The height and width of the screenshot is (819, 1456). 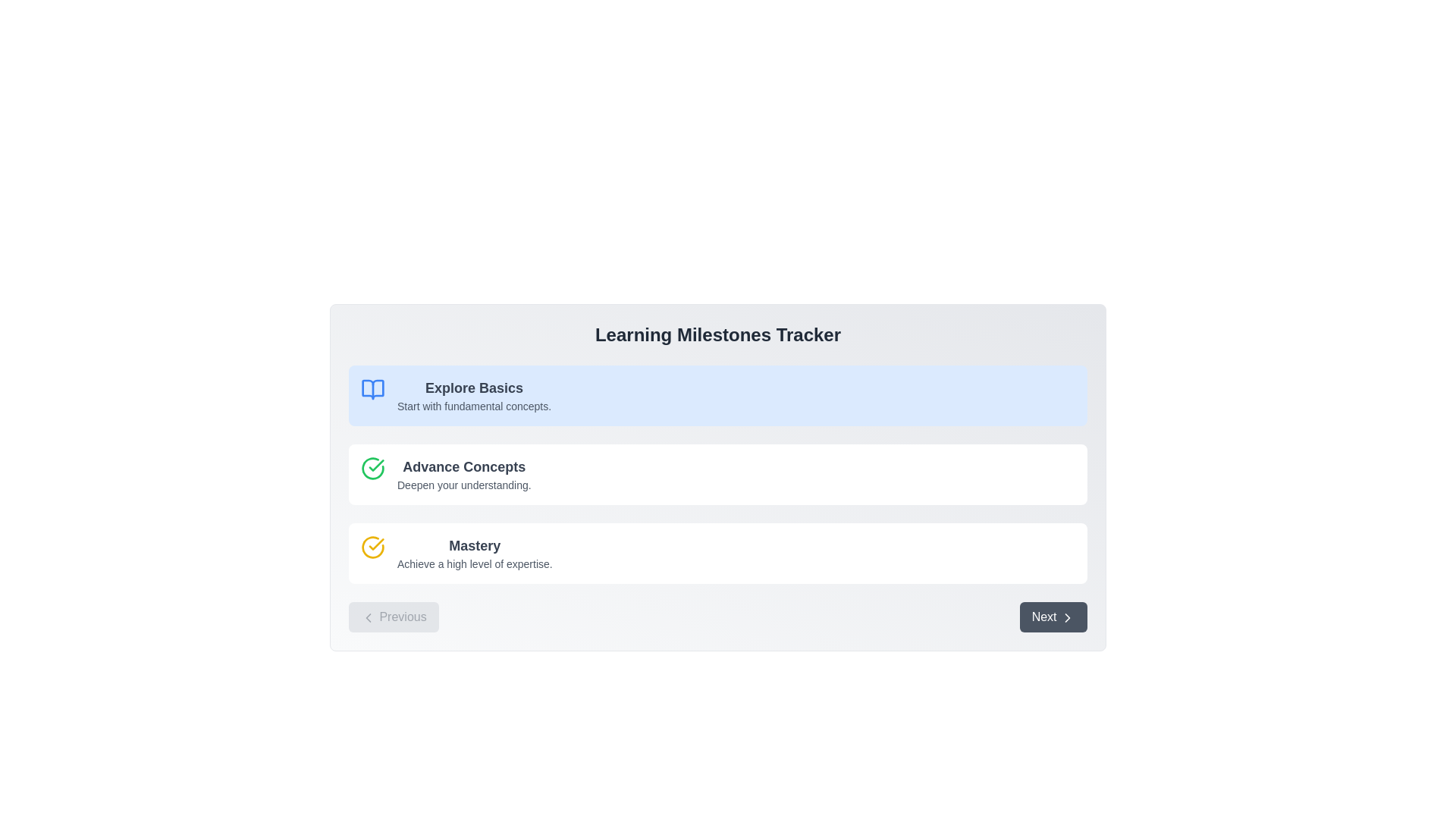 I want to click on the right-facing chevron icon located within the 'Next' button at the bottom-right corner of the interface, so click(x=1066, y=617).